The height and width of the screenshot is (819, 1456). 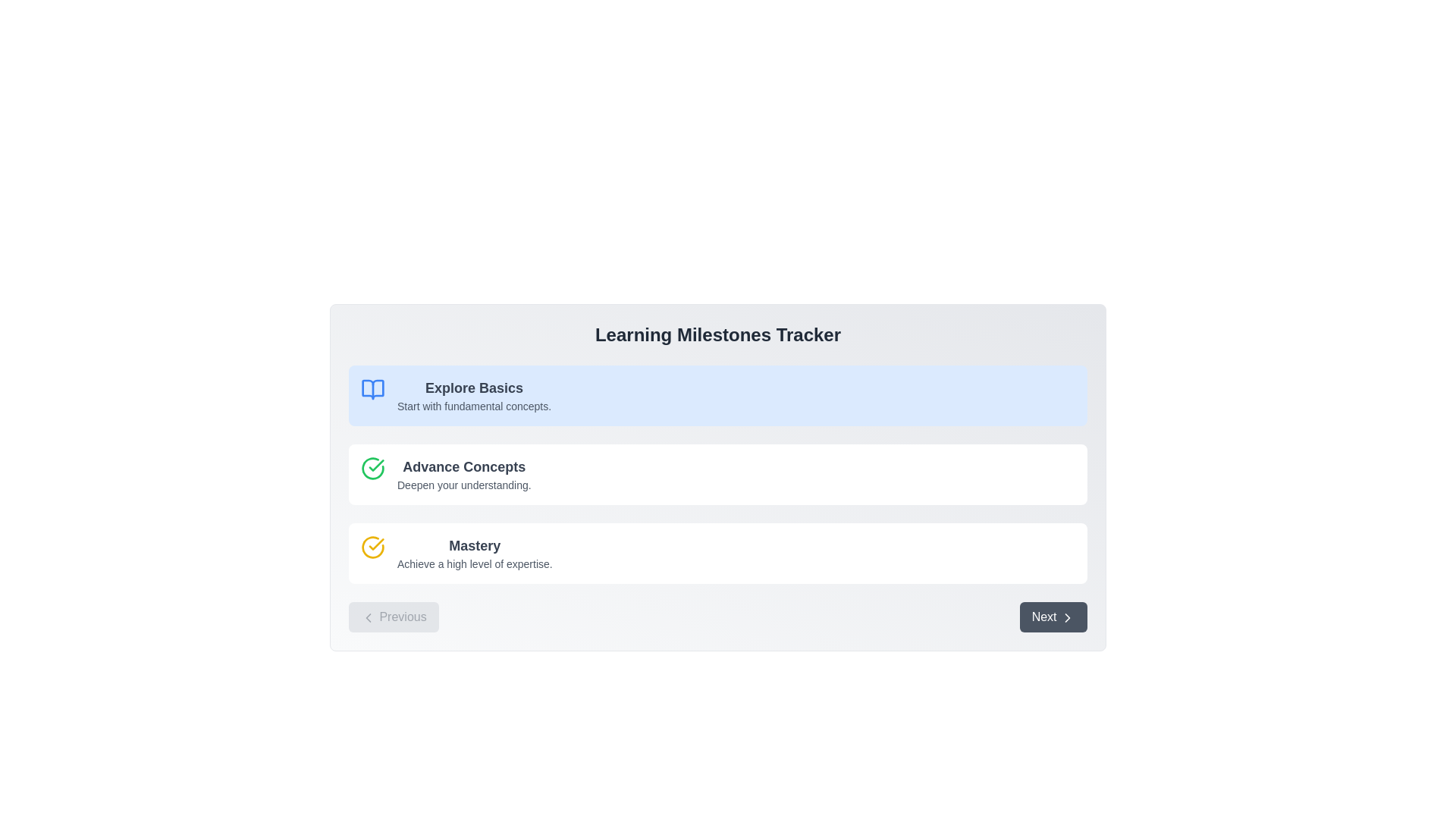 I want to click on the right-facing chevron icon located within the 'Next' button at the bottom-right corner of the interface, so click(x=1066, y=617).